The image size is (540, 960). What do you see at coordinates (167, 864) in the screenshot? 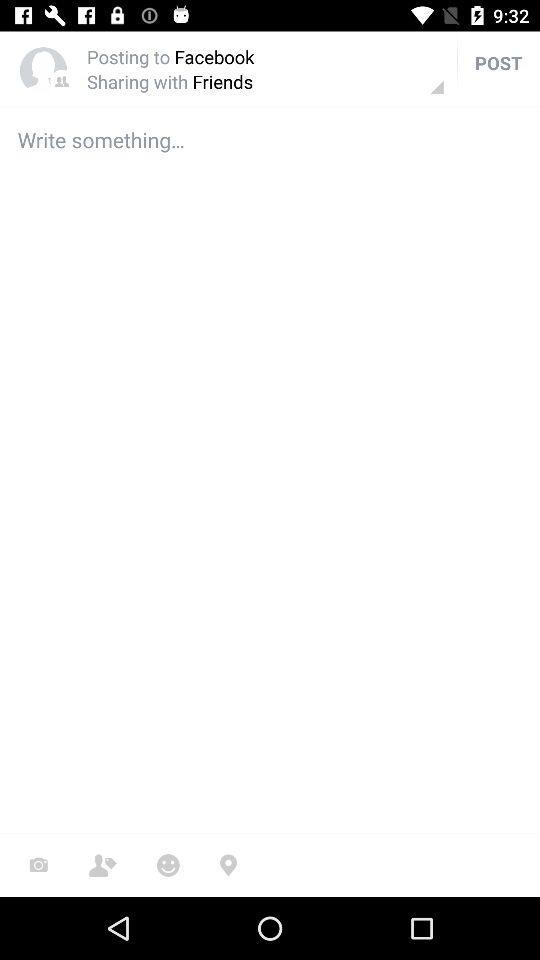
I see `the emoji icon` at bounding box center [167, 864].